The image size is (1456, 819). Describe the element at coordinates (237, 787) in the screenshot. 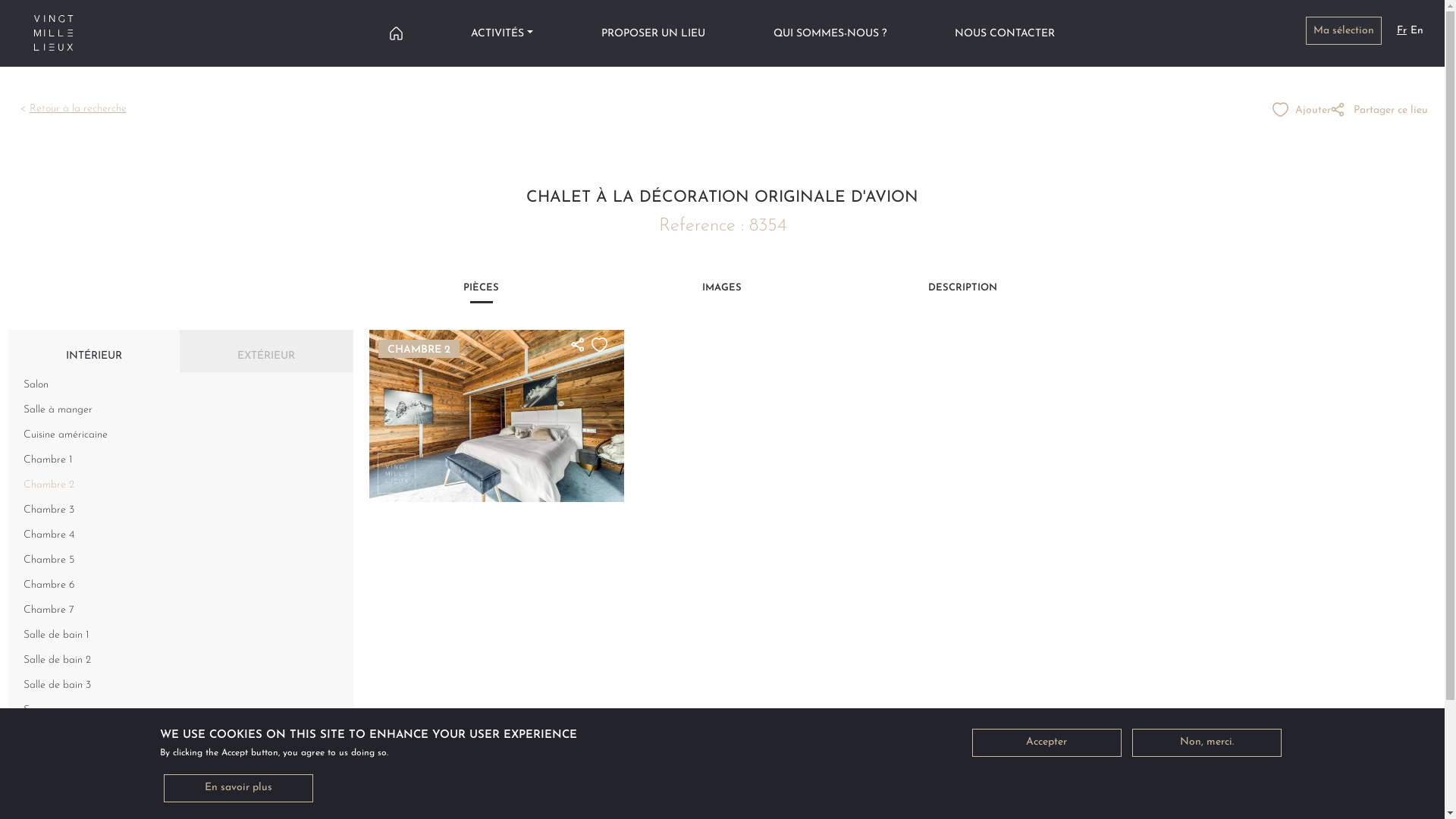

I see `'En savoir plus'` at that location.